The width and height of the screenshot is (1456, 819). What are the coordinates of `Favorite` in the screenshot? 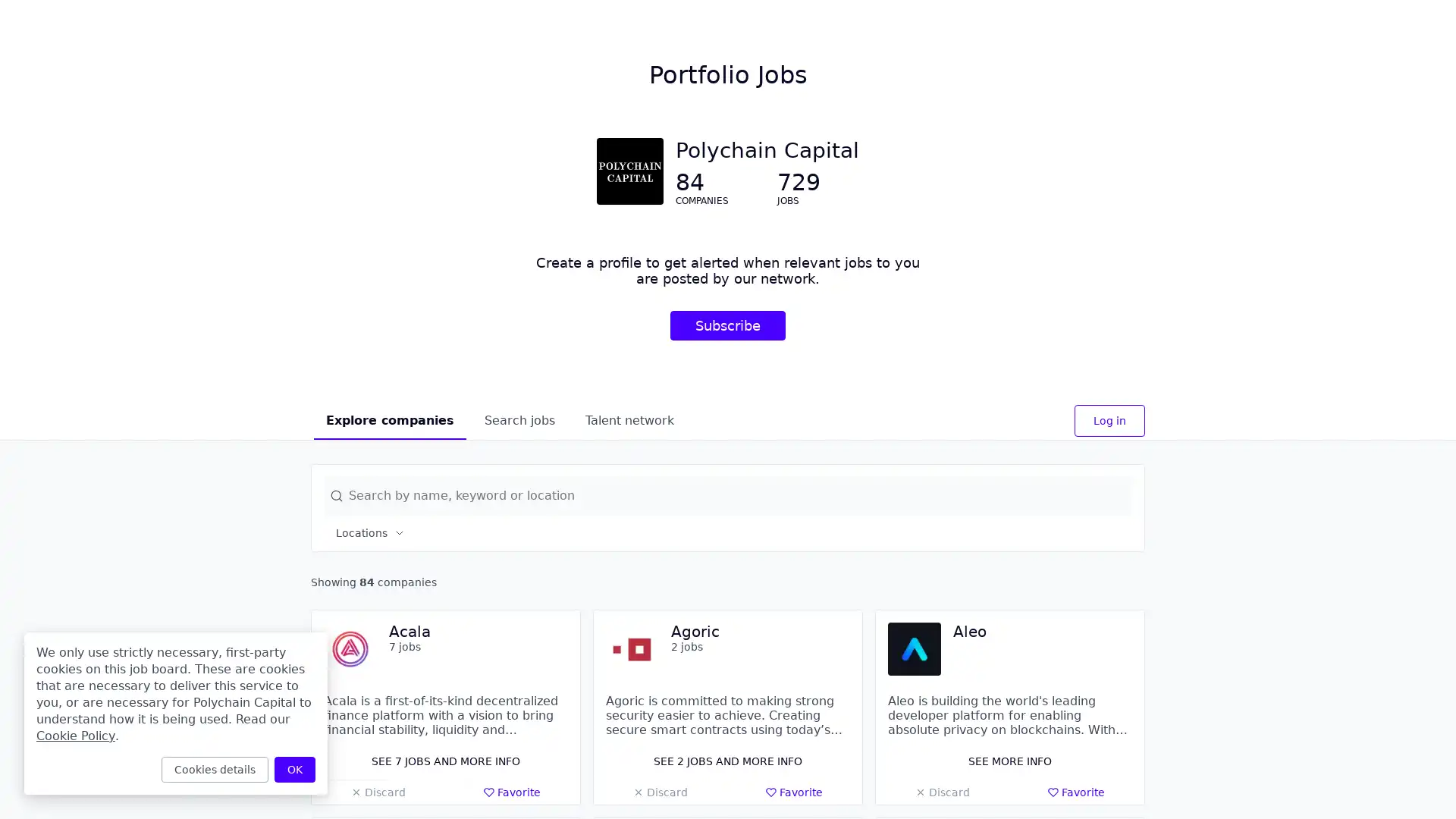 It's located at (1075, 792).